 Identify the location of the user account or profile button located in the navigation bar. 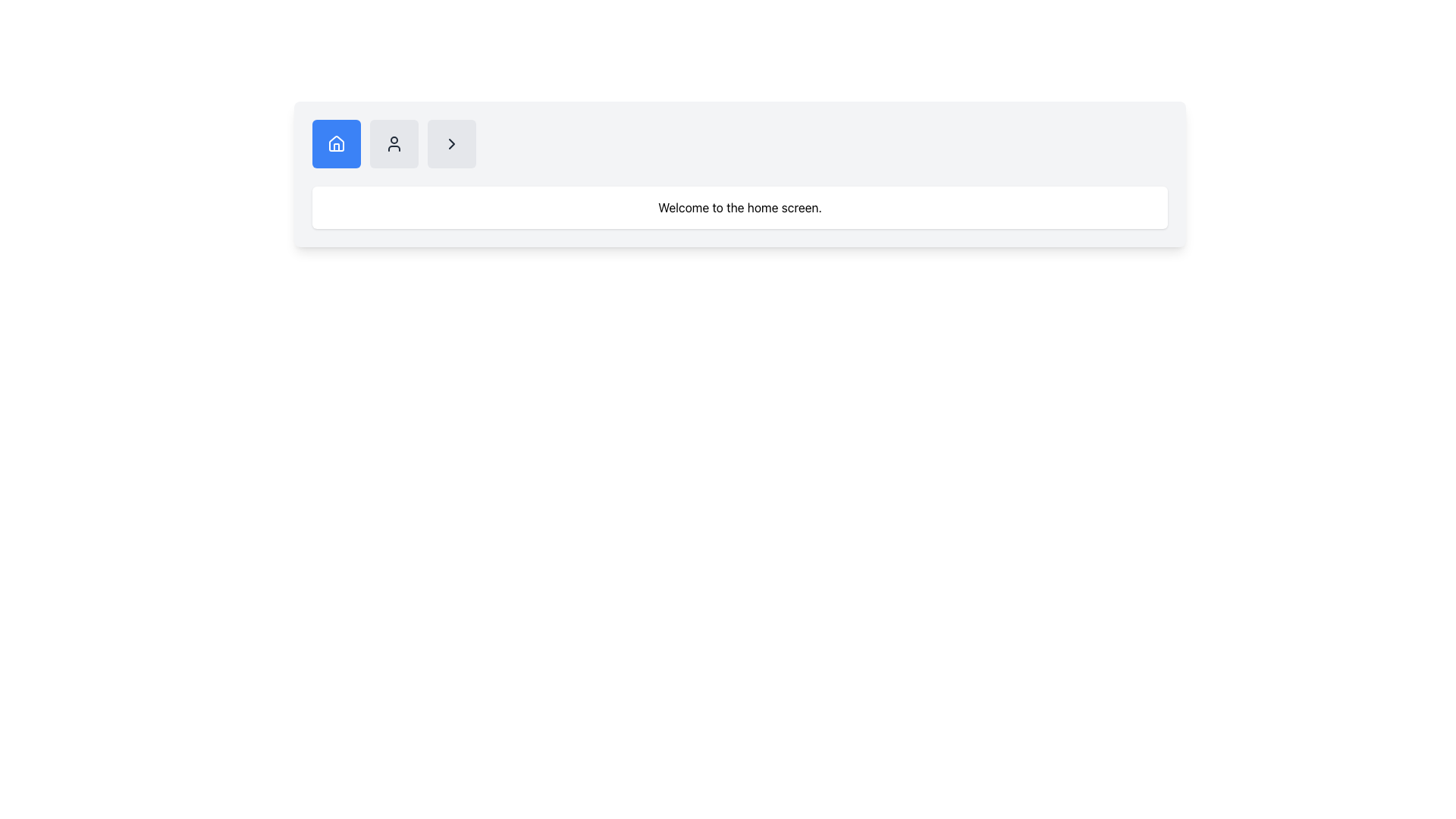
(394, 143).